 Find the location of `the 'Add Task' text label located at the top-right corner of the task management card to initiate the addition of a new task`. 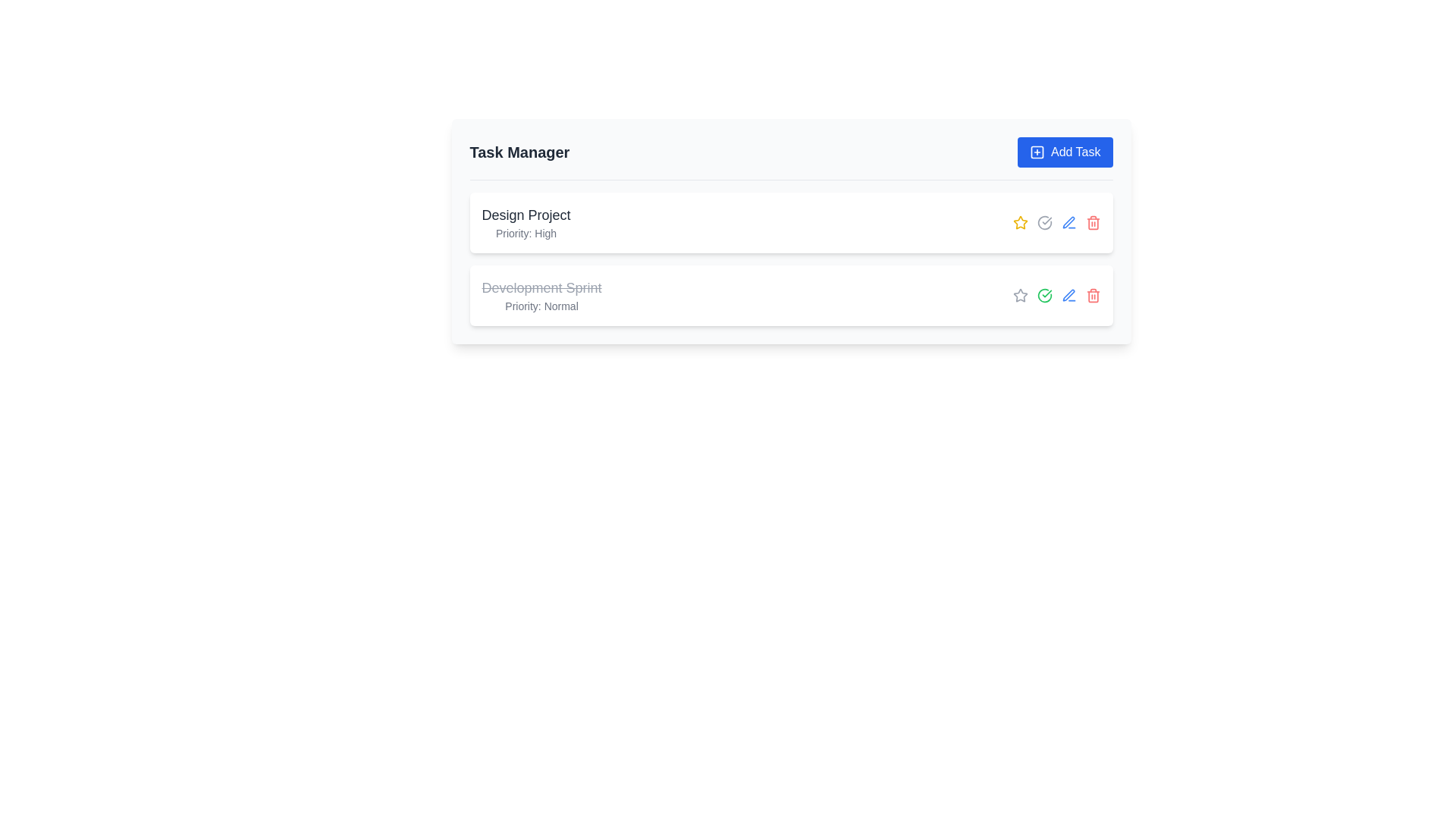

the 'Add Task' text label located at the top-right corner of the task management card to initiate the addition of a new task is located at coordinates (1075, 152).